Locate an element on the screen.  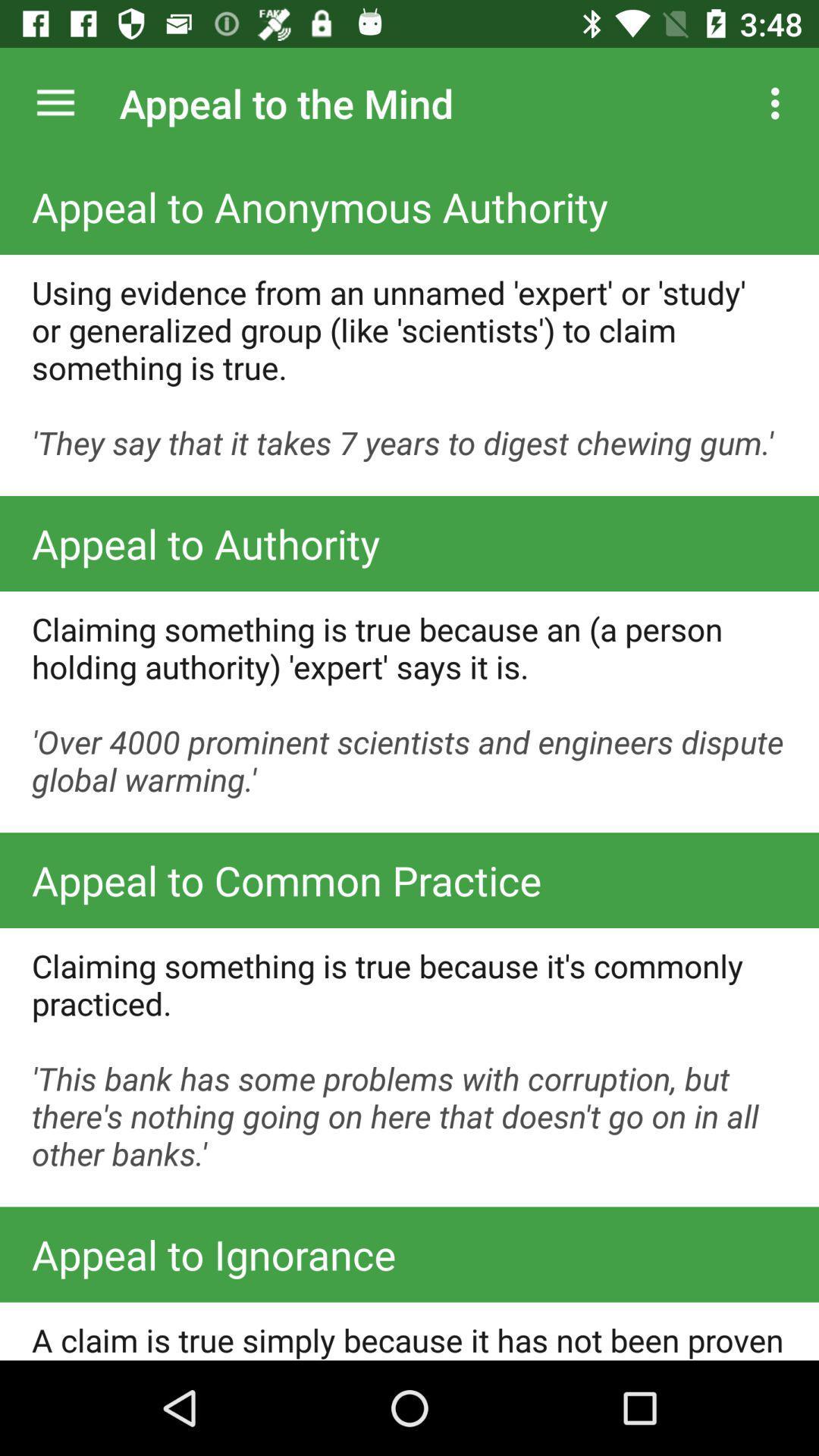
the icon above the appeal to anonymous item is located at coordinates (779, 102).